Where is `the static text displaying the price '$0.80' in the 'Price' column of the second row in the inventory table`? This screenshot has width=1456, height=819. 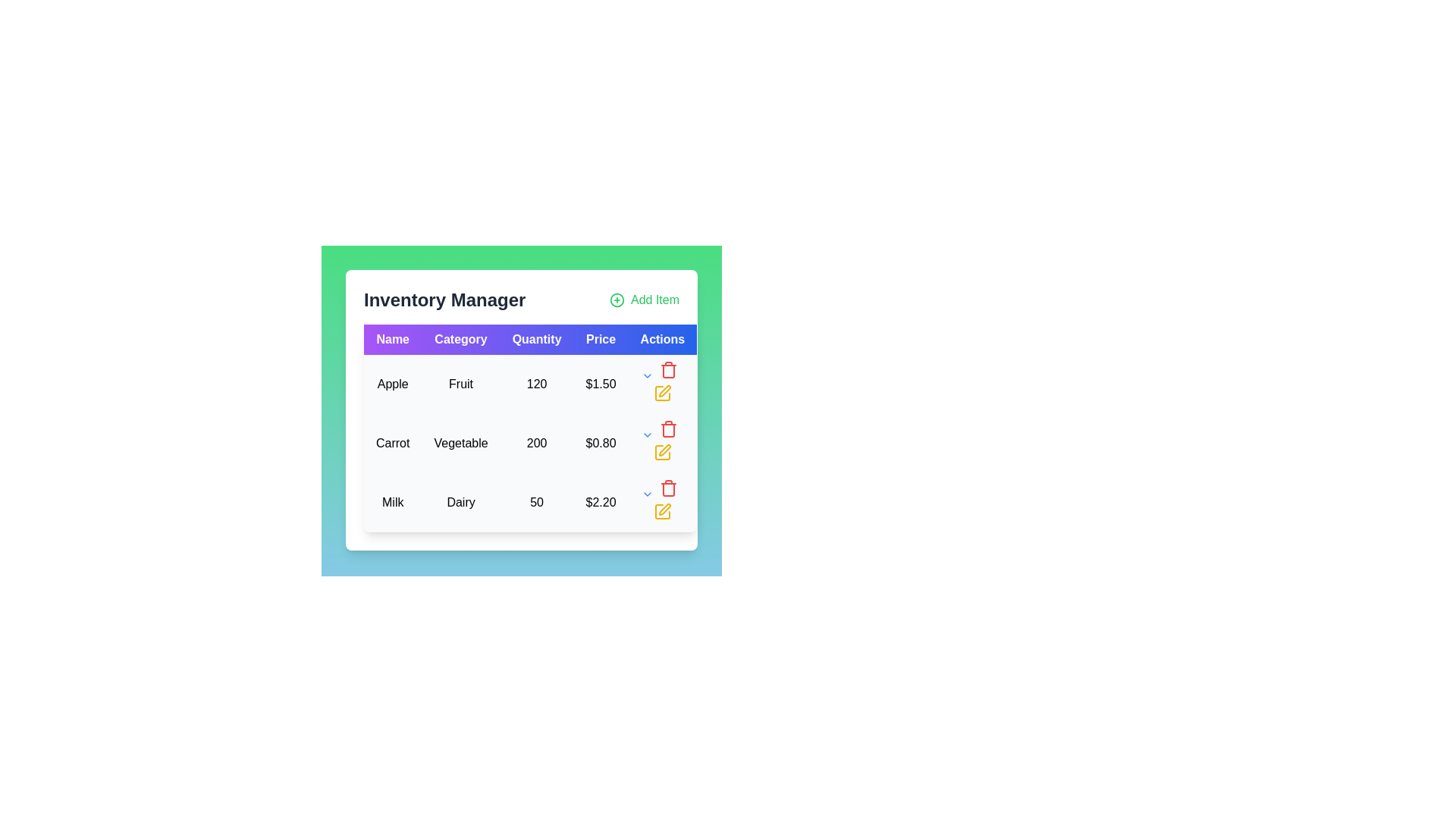 the static text displaying the price '$0.80' in the 'Price' column of the second row in the inventory table is located at coordinates (600, 444).